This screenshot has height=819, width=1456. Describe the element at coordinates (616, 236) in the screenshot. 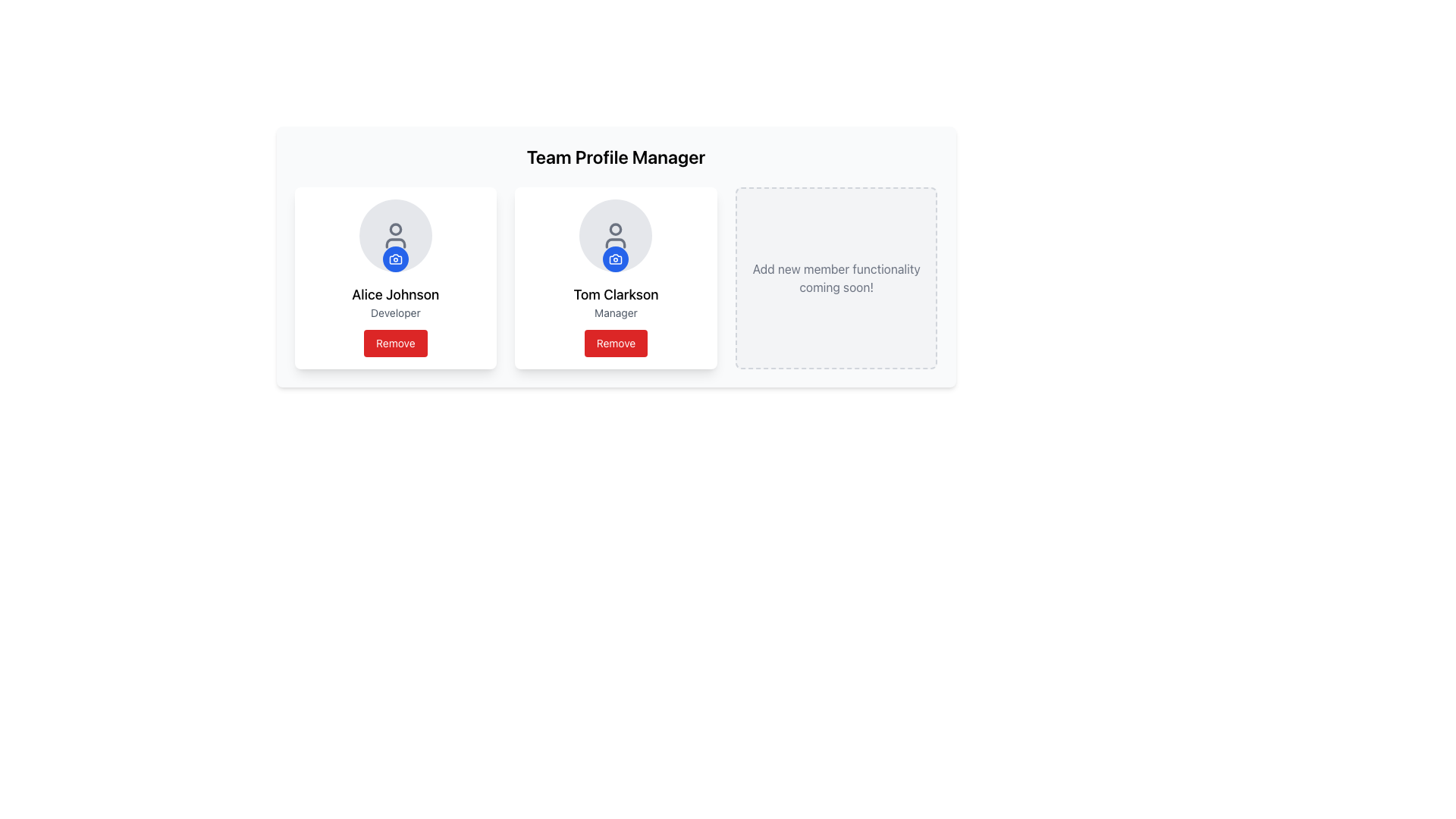

I see `the circular icon for user profile editing or image upload located in the top center of the second profile card labeled 'Tom Clarkson'` at that location.